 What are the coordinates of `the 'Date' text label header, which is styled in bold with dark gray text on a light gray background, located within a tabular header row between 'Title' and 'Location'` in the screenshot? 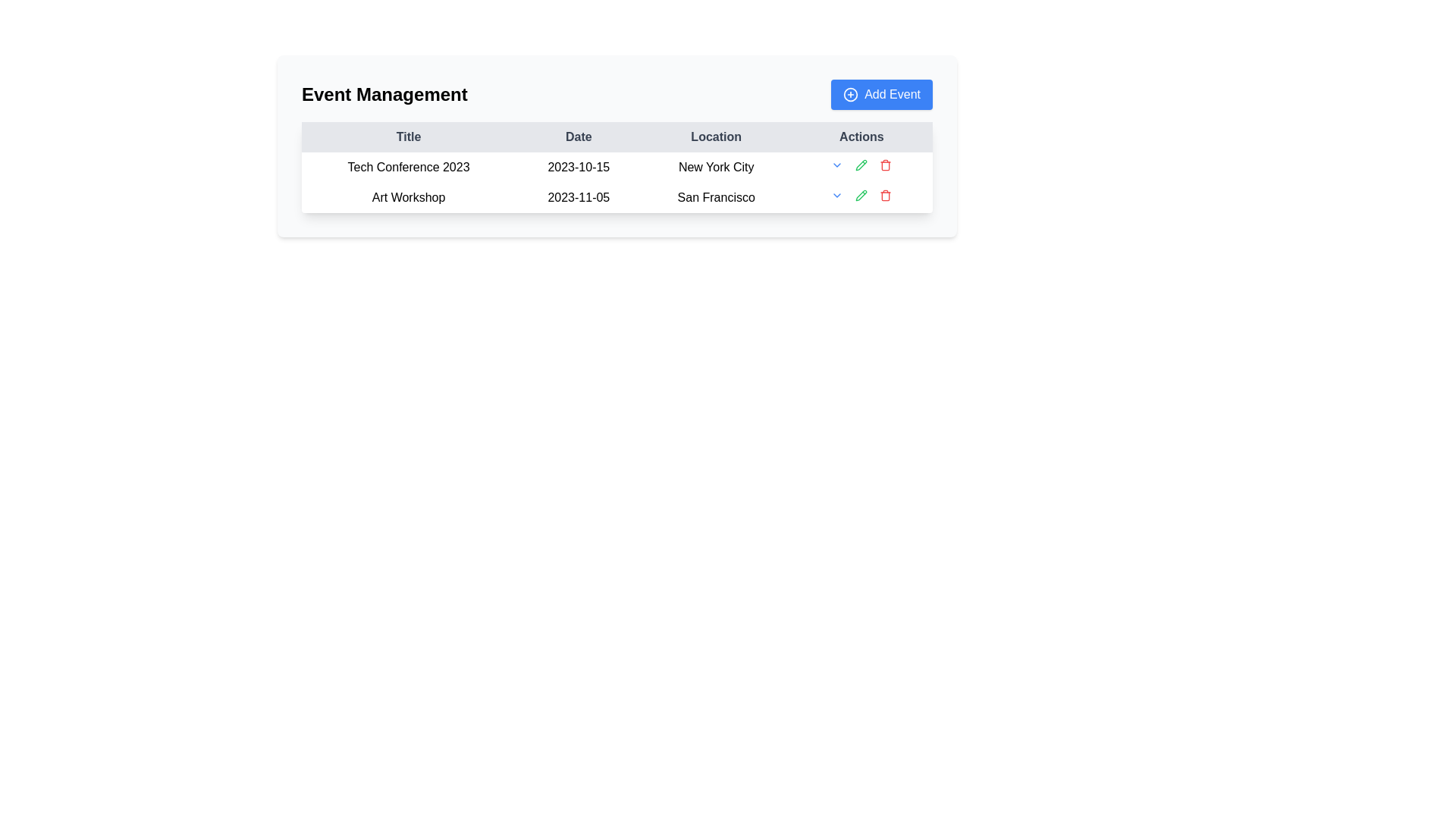 It's located at (578, 137).